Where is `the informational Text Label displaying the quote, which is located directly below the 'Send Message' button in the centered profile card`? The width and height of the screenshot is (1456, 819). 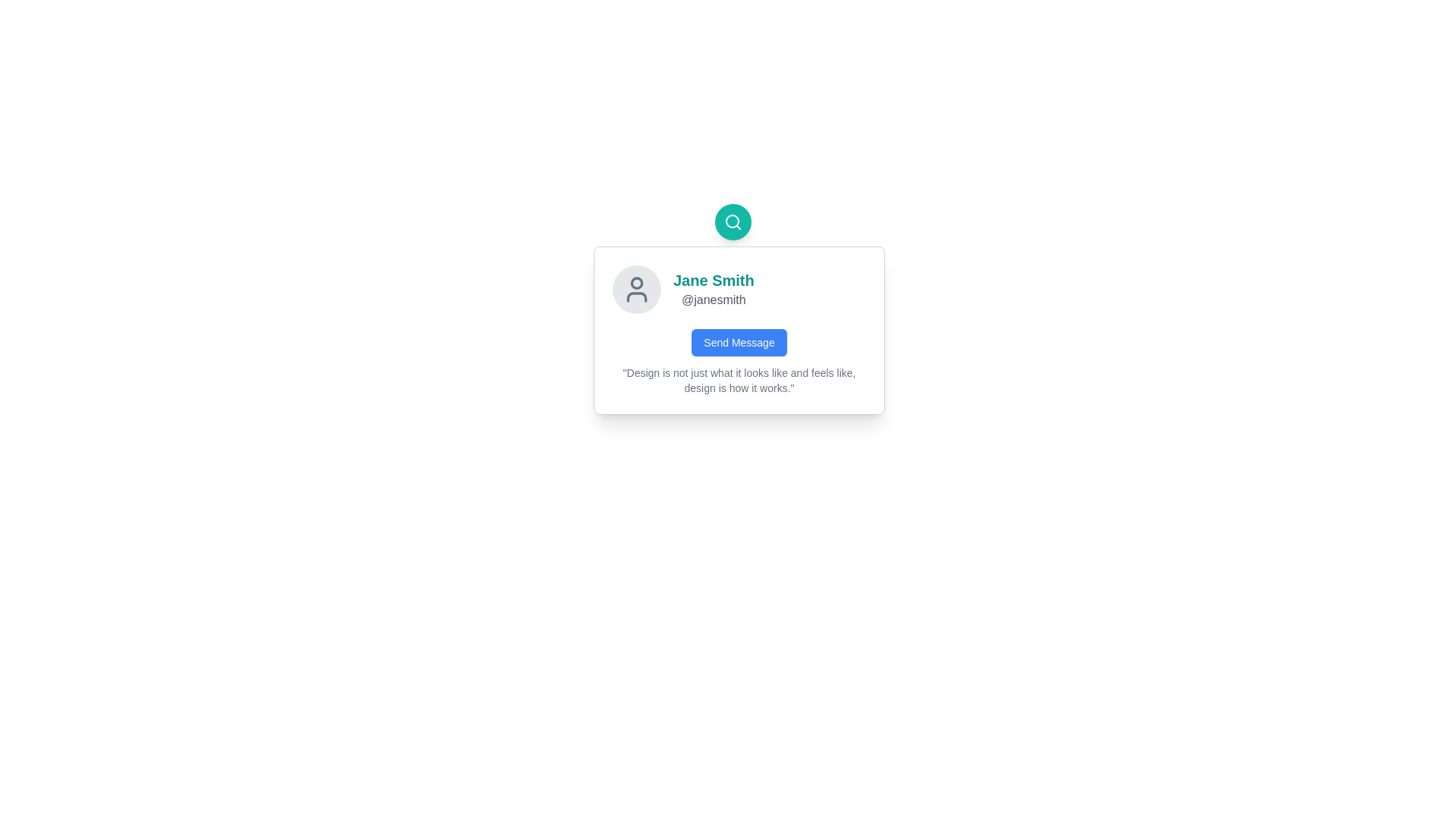 the informational Text Label displaying the quote, which is located directly below the 'Send Message' button in the centered profile card is located at coordinates (739, 379).